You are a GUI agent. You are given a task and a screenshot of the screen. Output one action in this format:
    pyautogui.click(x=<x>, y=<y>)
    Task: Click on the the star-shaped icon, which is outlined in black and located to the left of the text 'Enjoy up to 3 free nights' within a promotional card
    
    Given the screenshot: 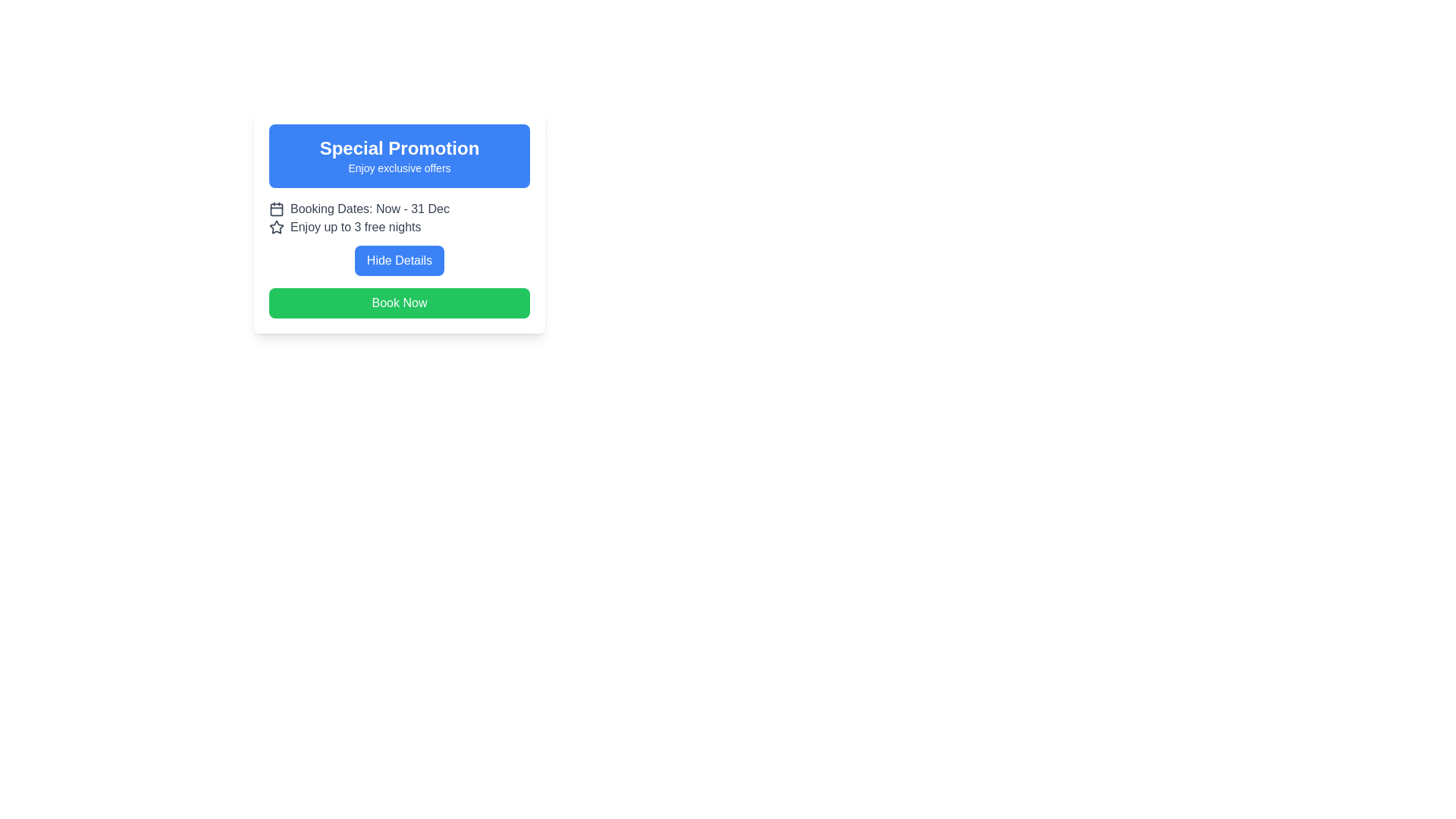 What is the action you would take?
    pyautogui.click(x=276, y=227)
    